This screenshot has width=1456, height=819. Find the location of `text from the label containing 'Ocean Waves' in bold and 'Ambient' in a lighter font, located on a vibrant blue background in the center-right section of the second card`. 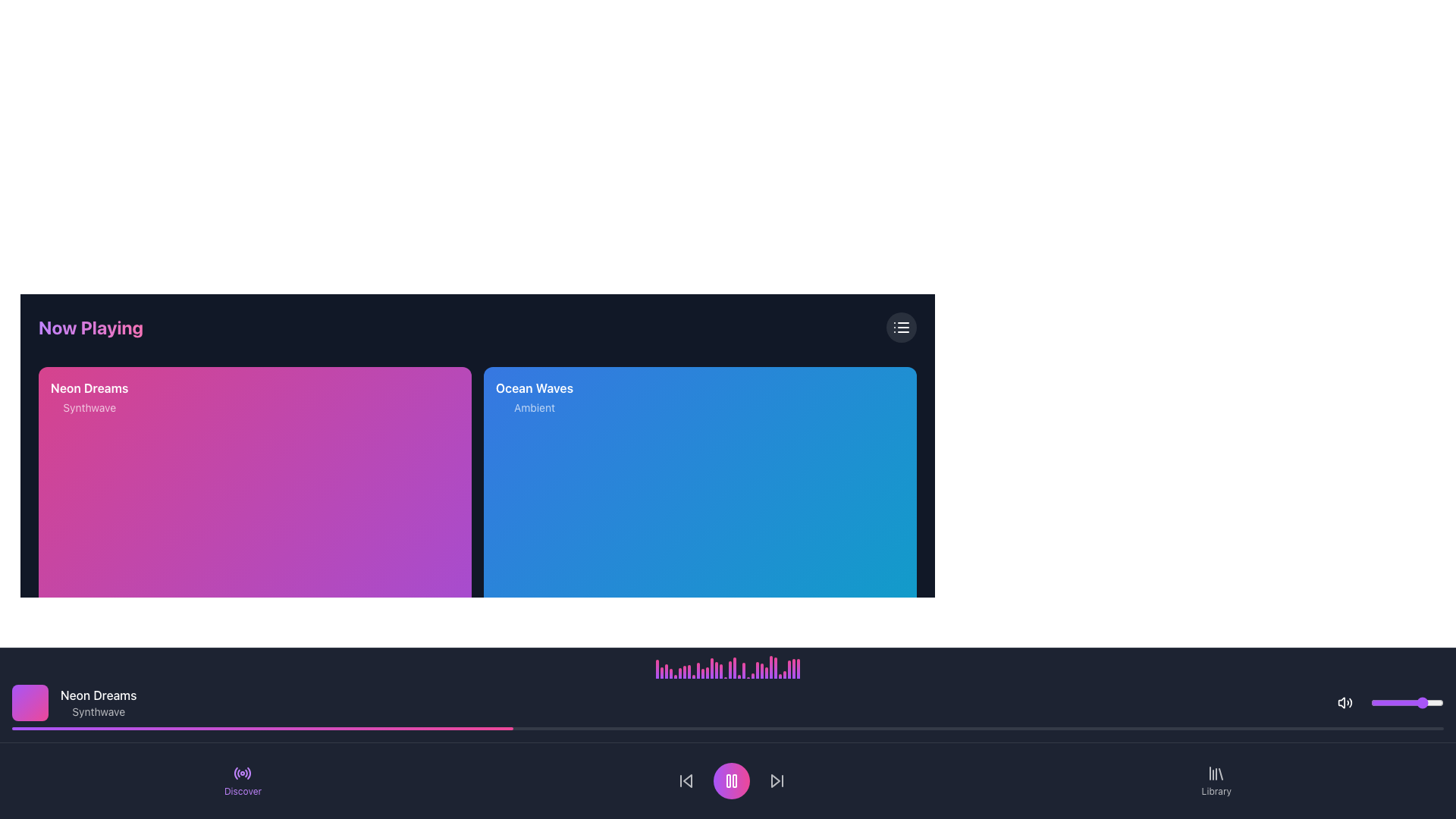

text from the label containing 'Ocean Waves' in bold and 'Ambient' in a lighter font, located on a vibrant blue background in the center-right section of the second card is located at coordinates (535, 397).